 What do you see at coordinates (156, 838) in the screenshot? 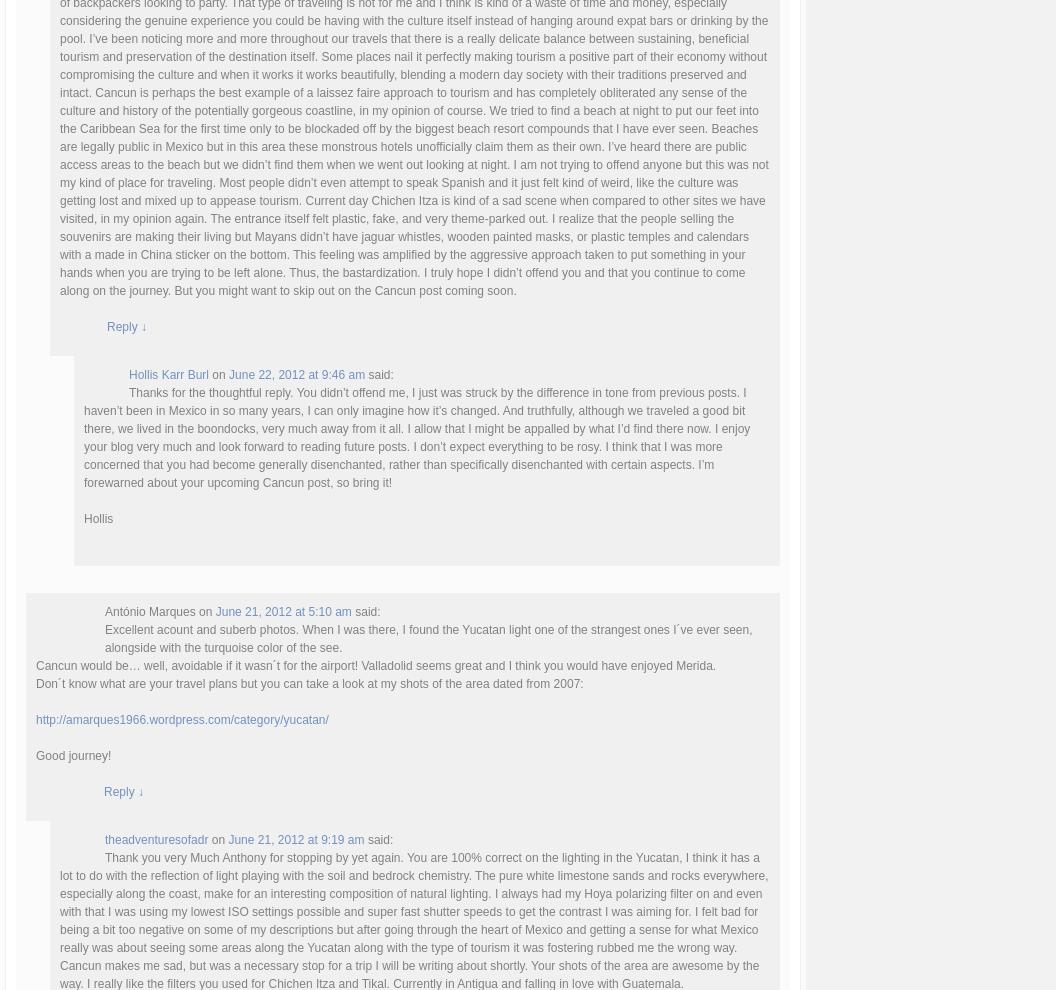
I see `'theadventuresofadr'` at bounding box center [156, 838].